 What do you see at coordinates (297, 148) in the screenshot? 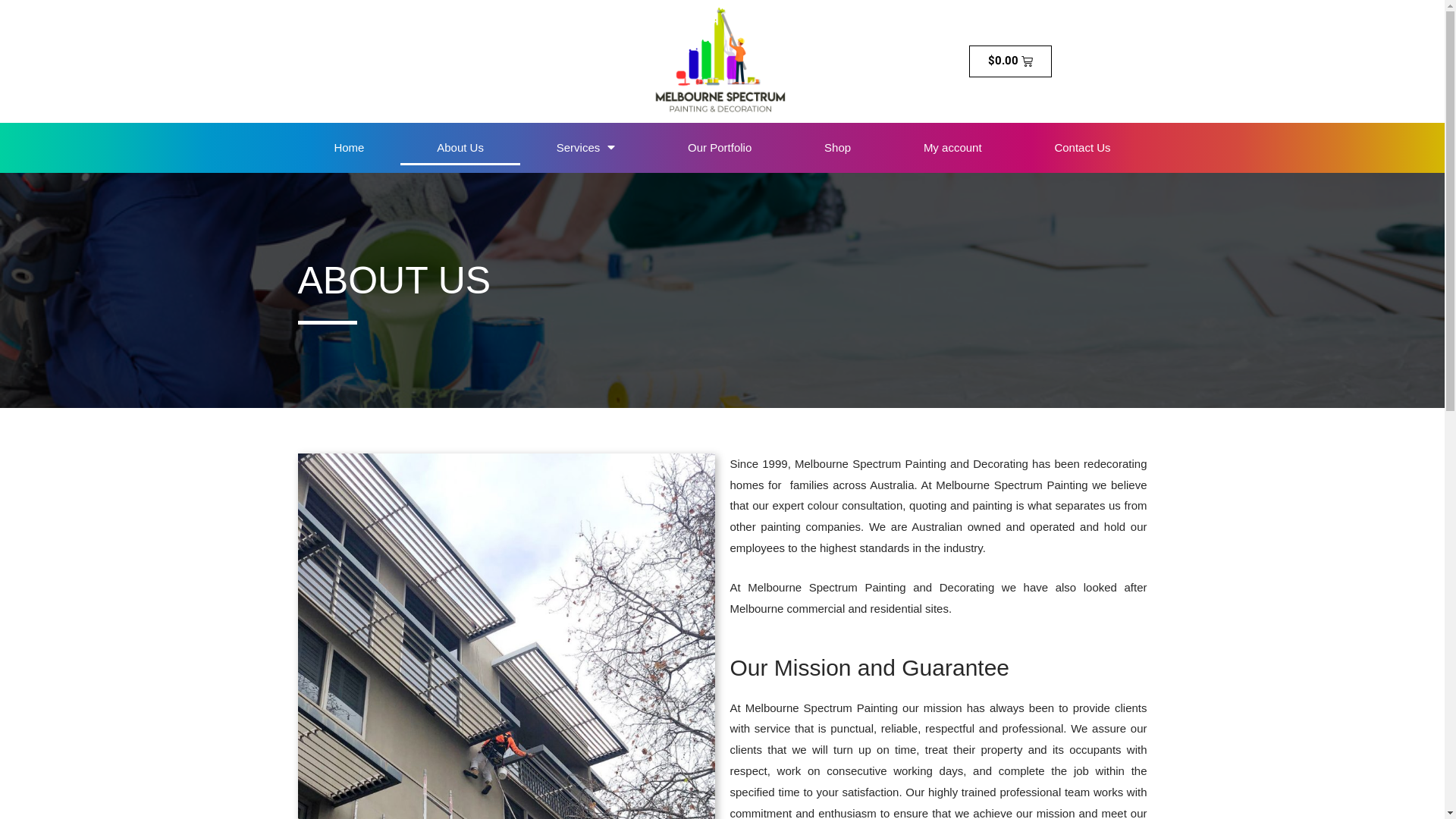
I see `'Home'` at bounding box center [297, 148].